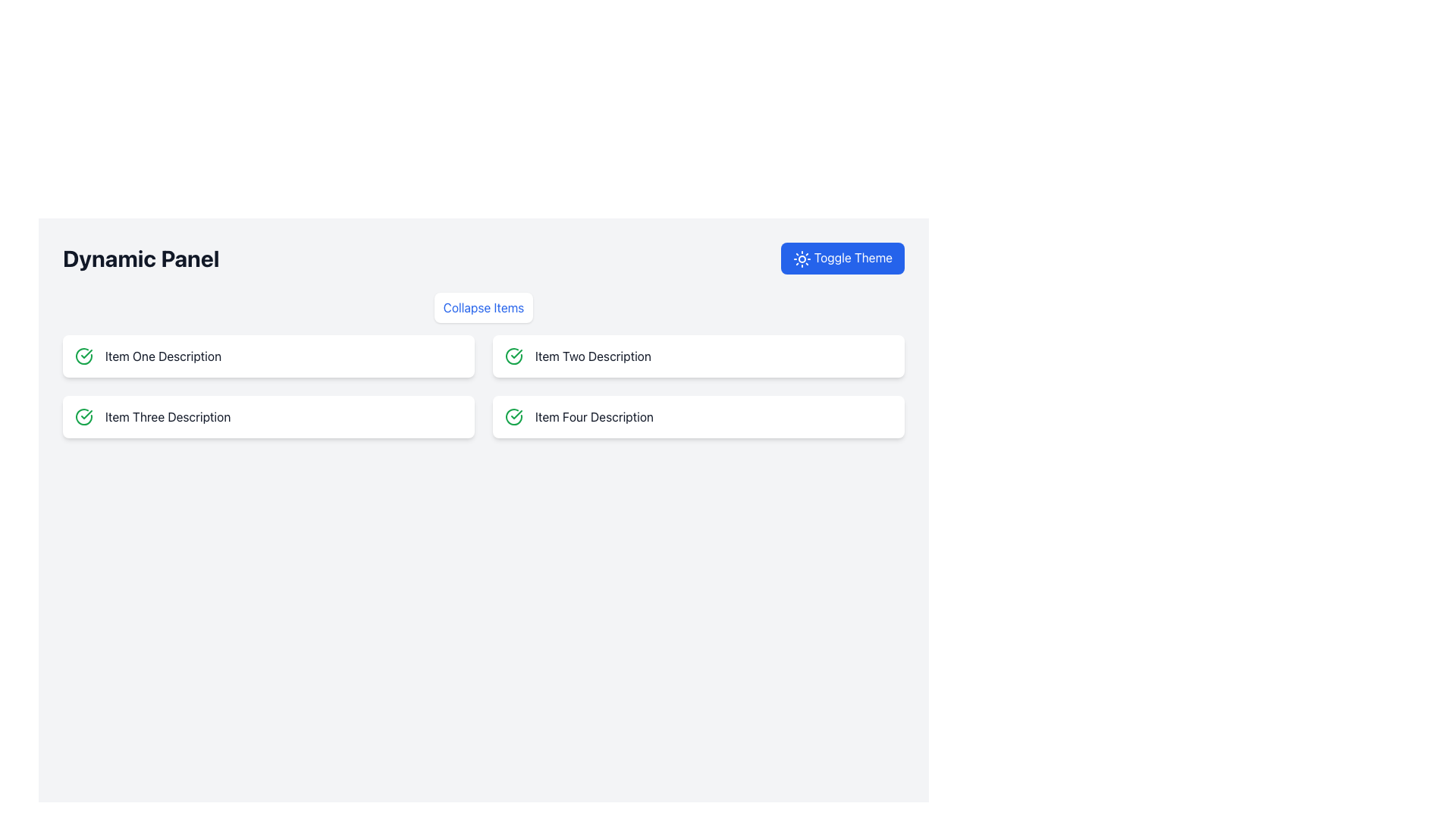 The image size is (1456, 819). What do you see at coordinates (483, 307) in the screenshot?
I see `the toggle button located centrally above the listed items` at bounding box center [483, 307].